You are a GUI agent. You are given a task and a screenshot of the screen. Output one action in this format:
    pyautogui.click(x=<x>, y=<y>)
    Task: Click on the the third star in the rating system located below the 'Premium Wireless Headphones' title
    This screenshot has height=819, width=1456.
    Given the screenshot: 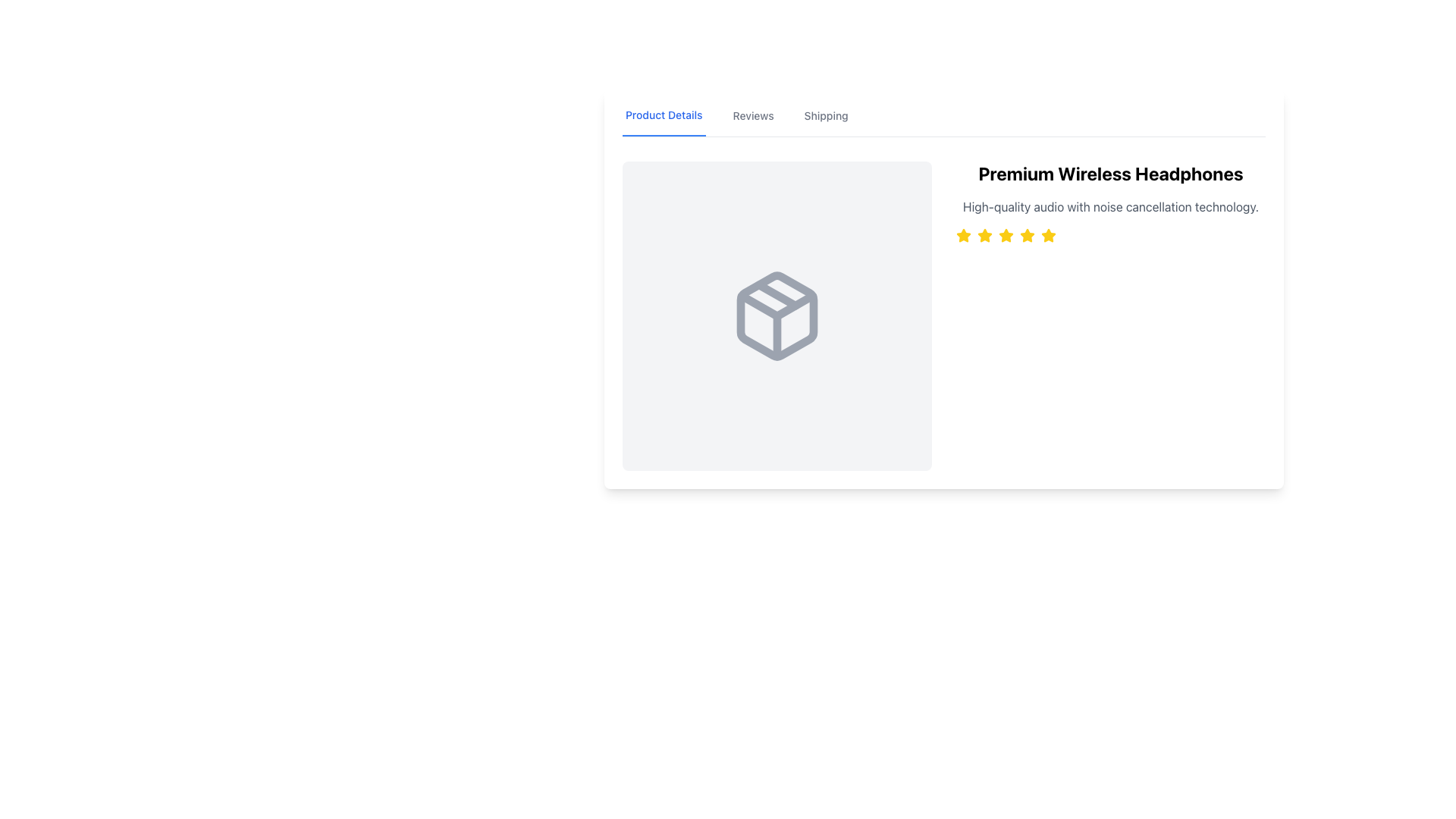 What is the action you would take?
    pyautogui.click(x=1006, y=235)
    